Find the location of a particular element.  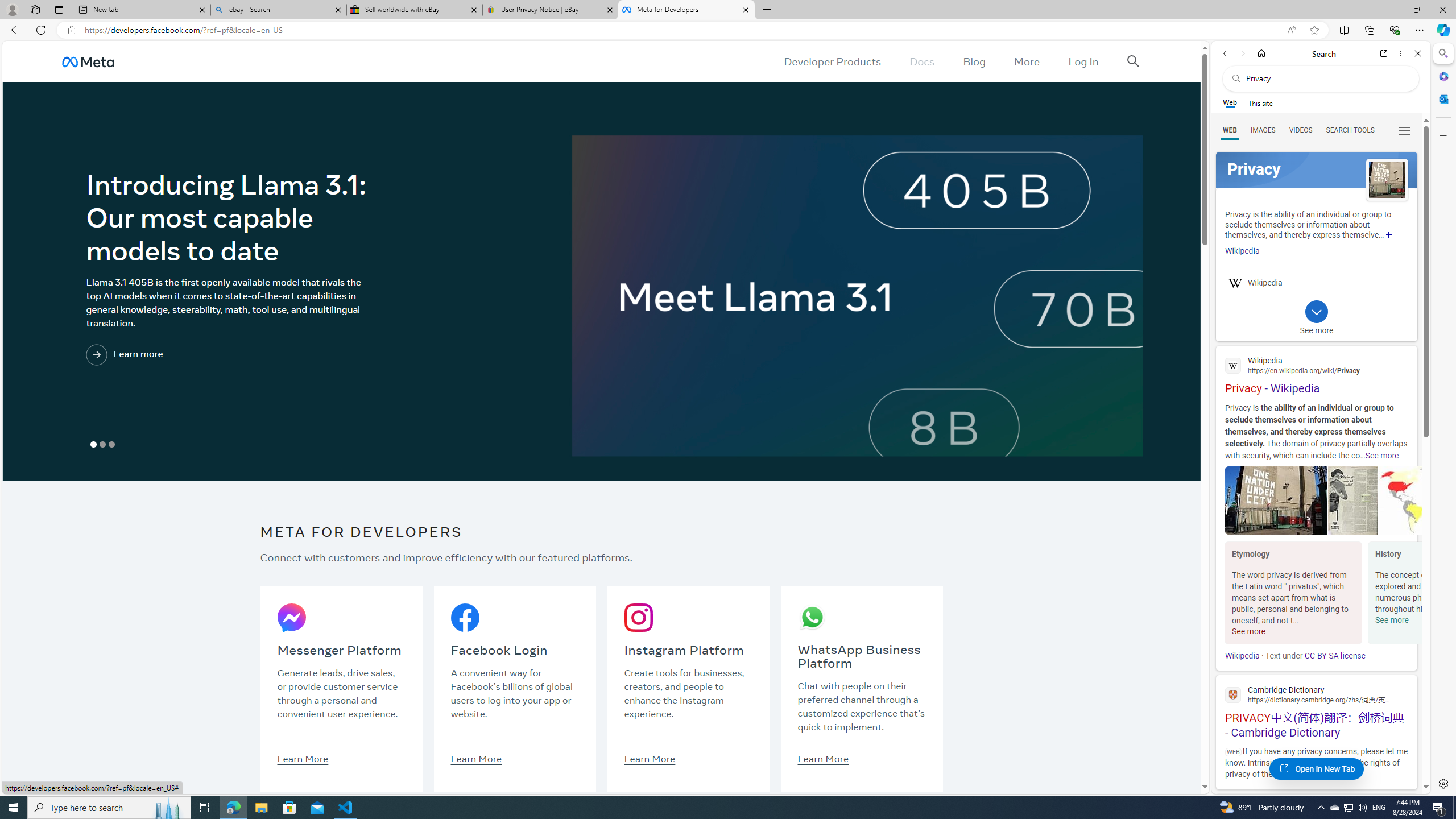

'Search Filter, IMAGES' is located at coordinates (1262, 129).